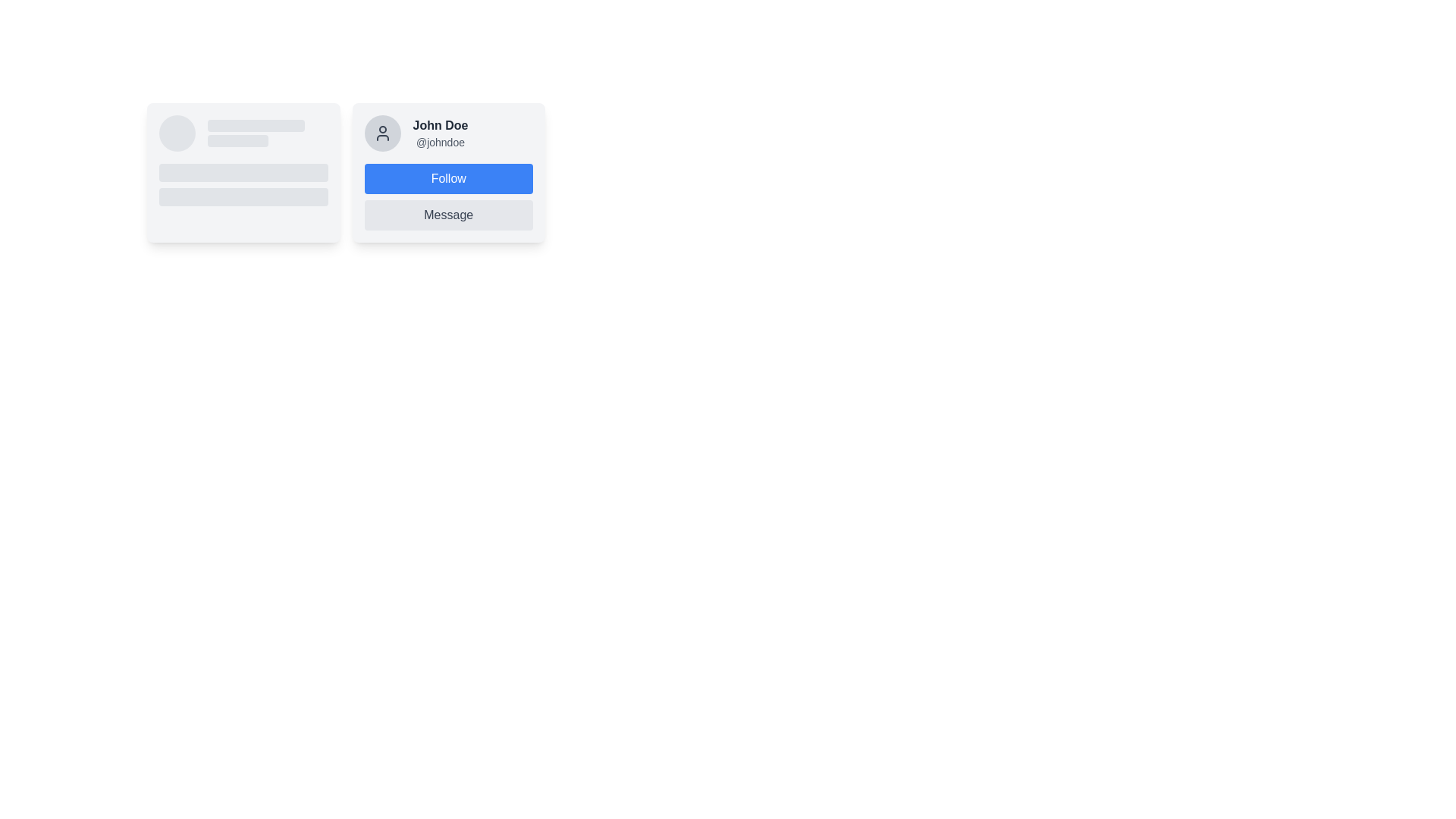 This screenshot has height=819, width=1456. What do you see at coordinates (439, 143) in the screenshot?
I see `the text label '@johndoe', which is styled in a smaller gray font and located within a profile card, directly below 'John Doe'` at bounding box center [439, 143].